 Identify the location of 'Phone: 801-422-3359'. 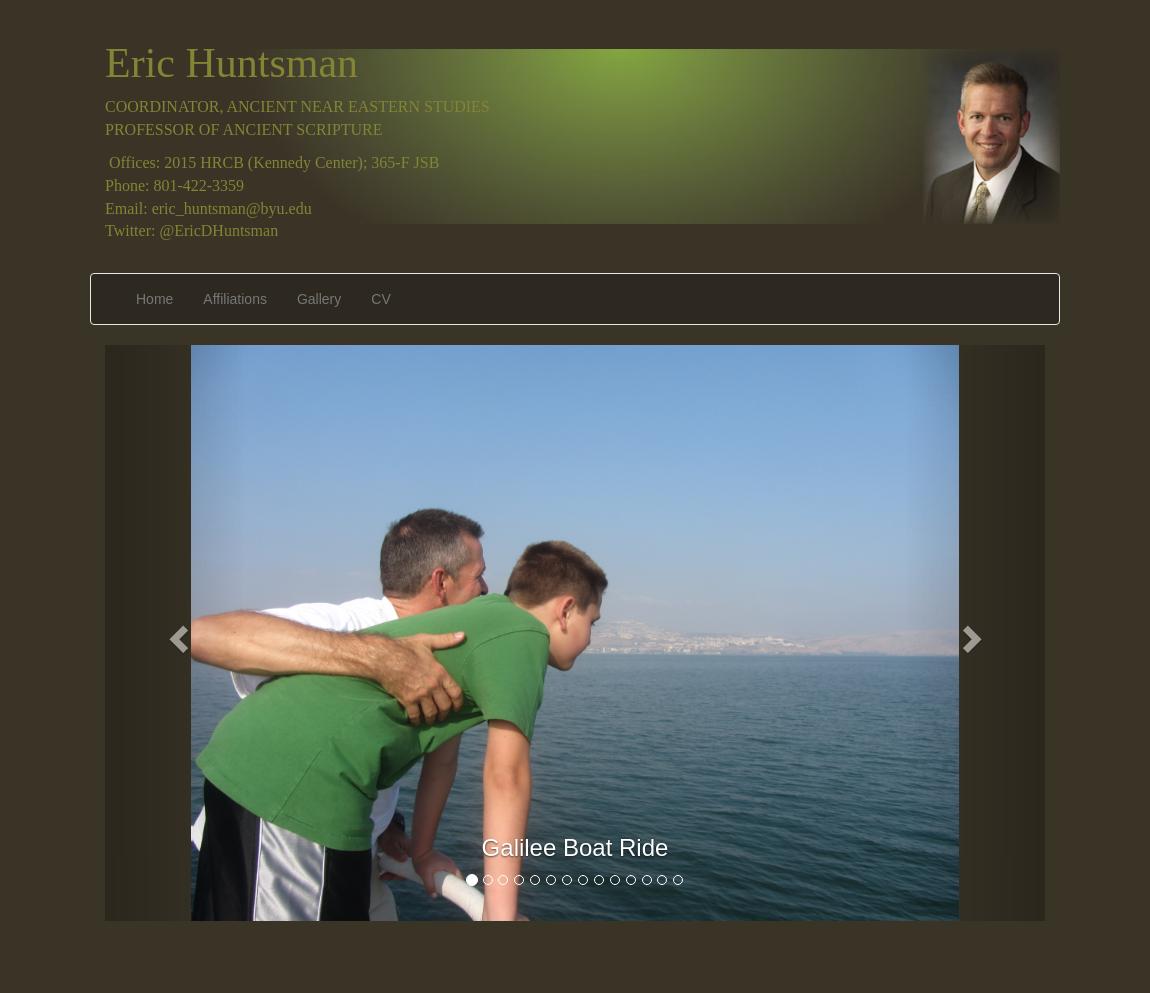
(173, 183).